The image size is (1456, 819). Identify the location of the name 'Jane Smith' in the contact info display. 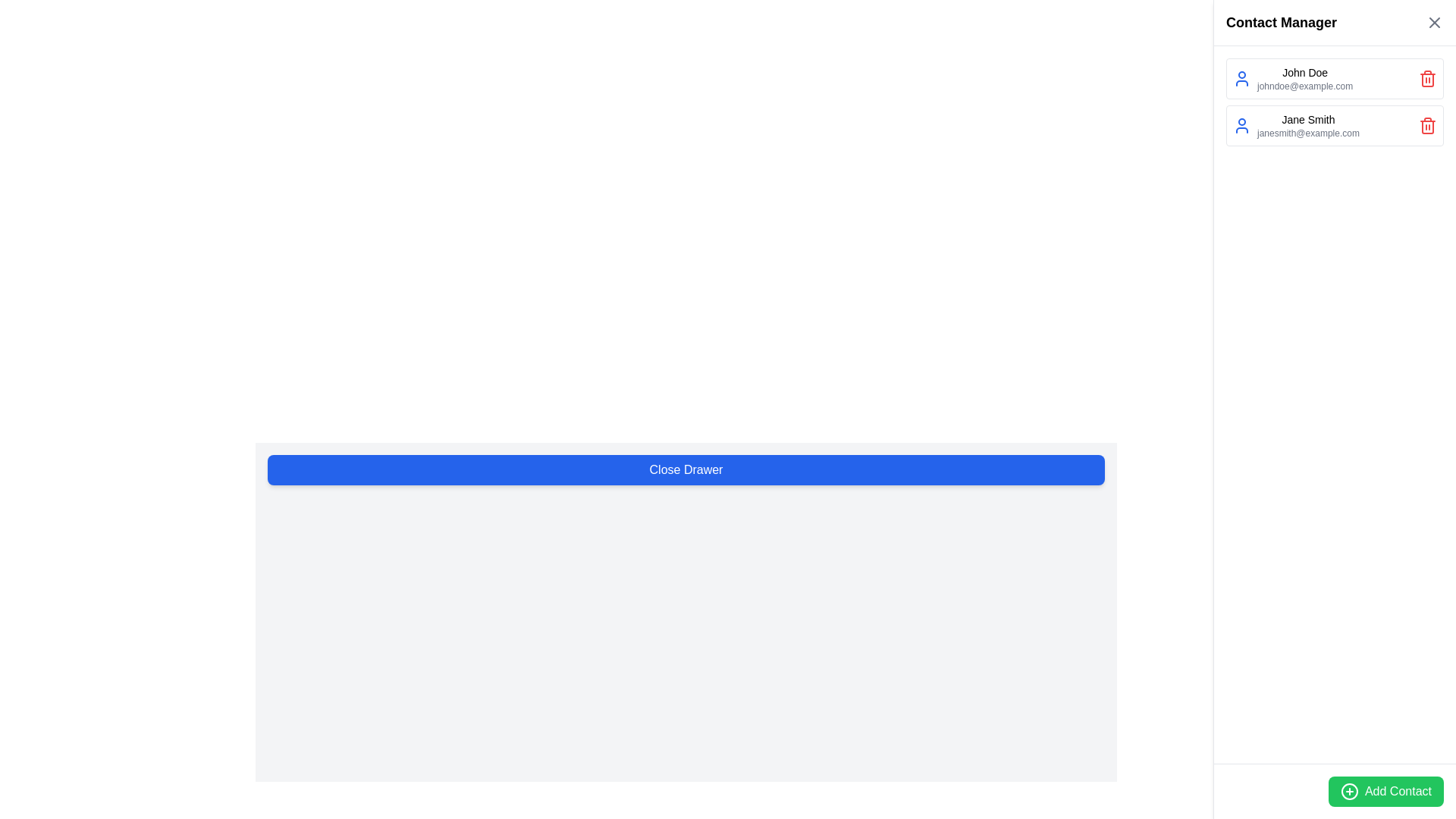
(1307, 124).